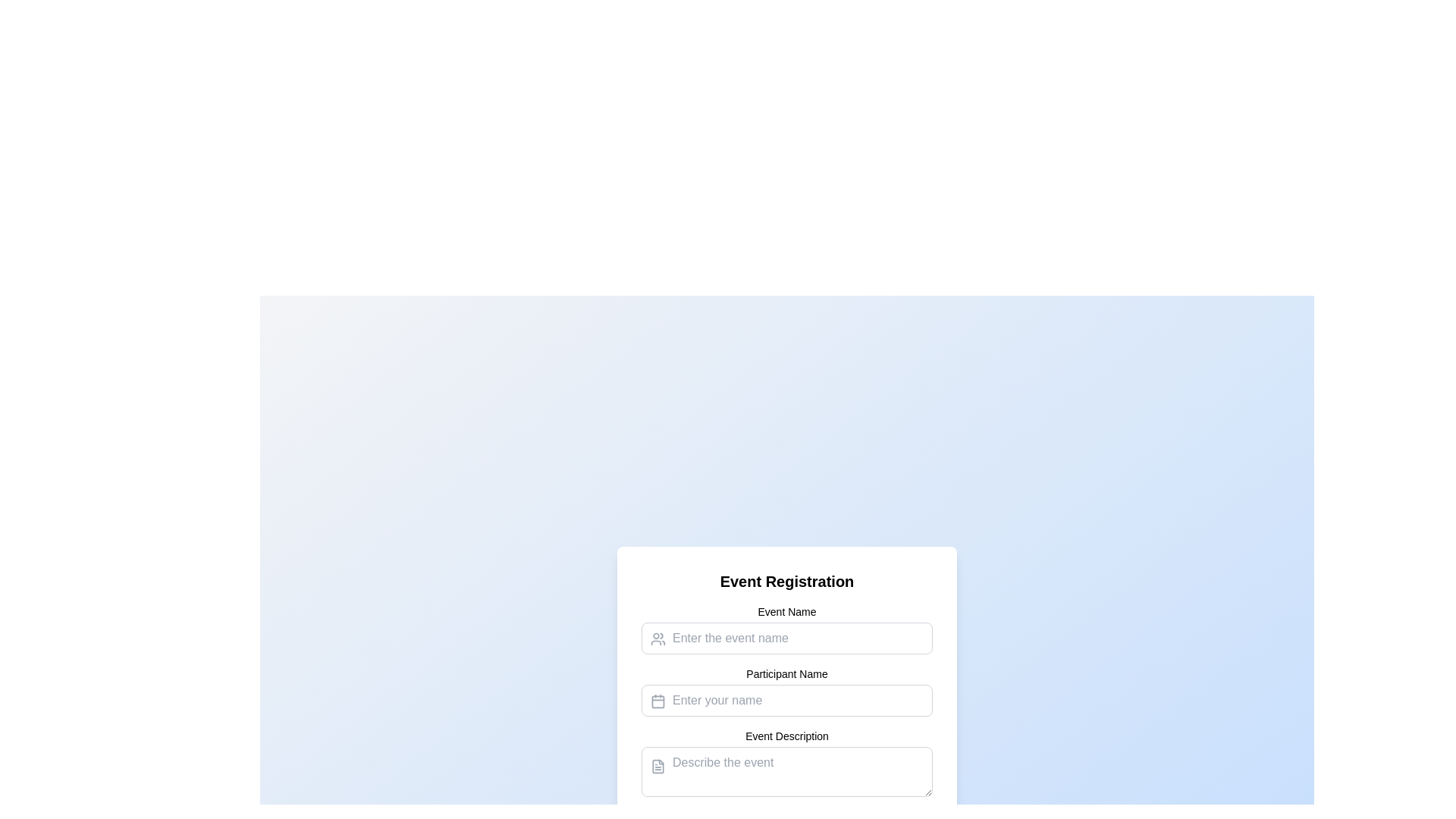 The height and width of the screenshot is (819, 1456). I want to click on the illustrative icon located on the left side of the 'Event Name' input field, which helps users associate the field with entering event-related information, so click(658, 639).